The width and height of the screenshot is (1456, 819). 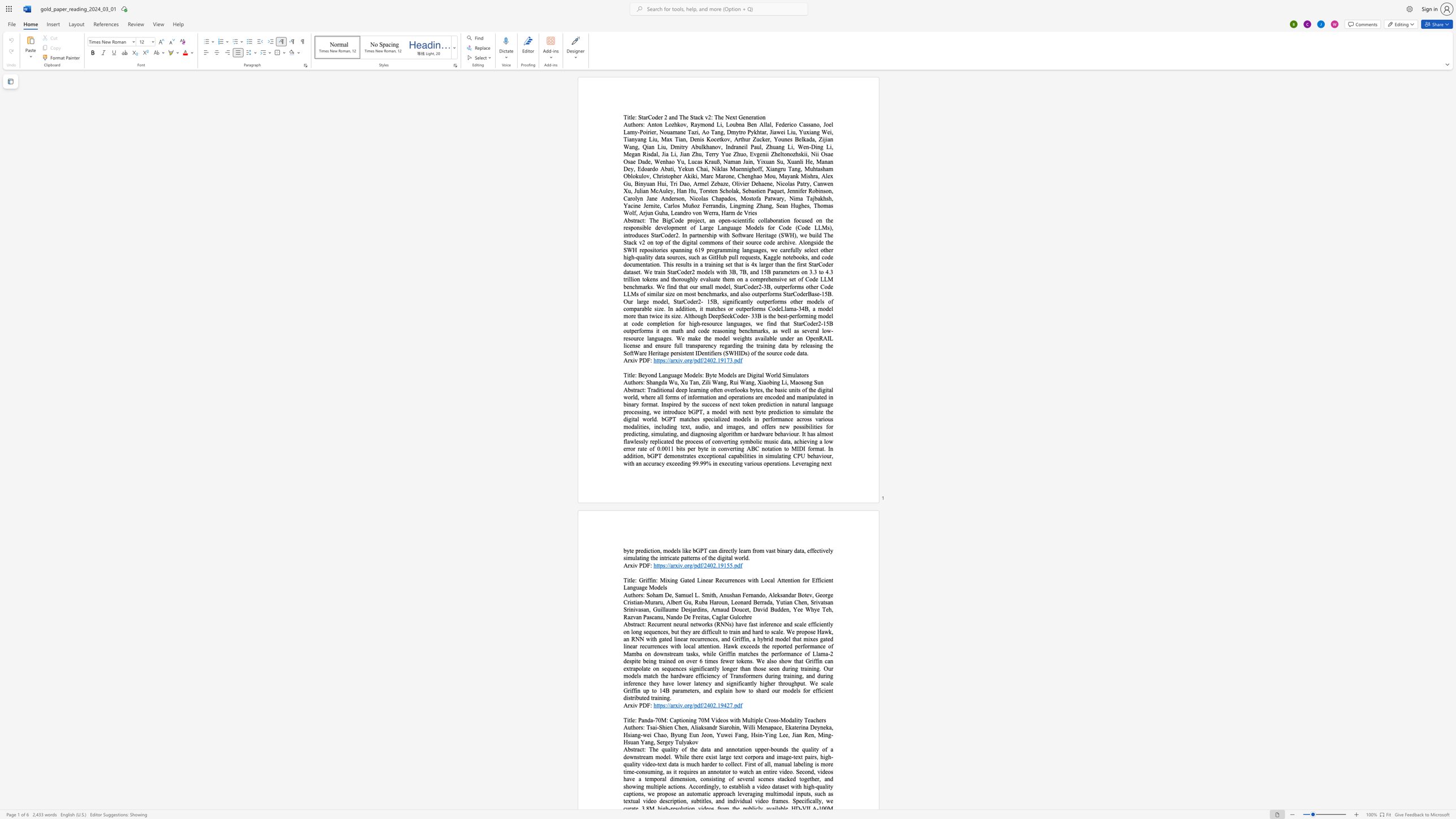 What do you see at coordinates (626, 705) in the screenshot?
I see `the 1th character "A" in the text` at bounding box center [626, 705].